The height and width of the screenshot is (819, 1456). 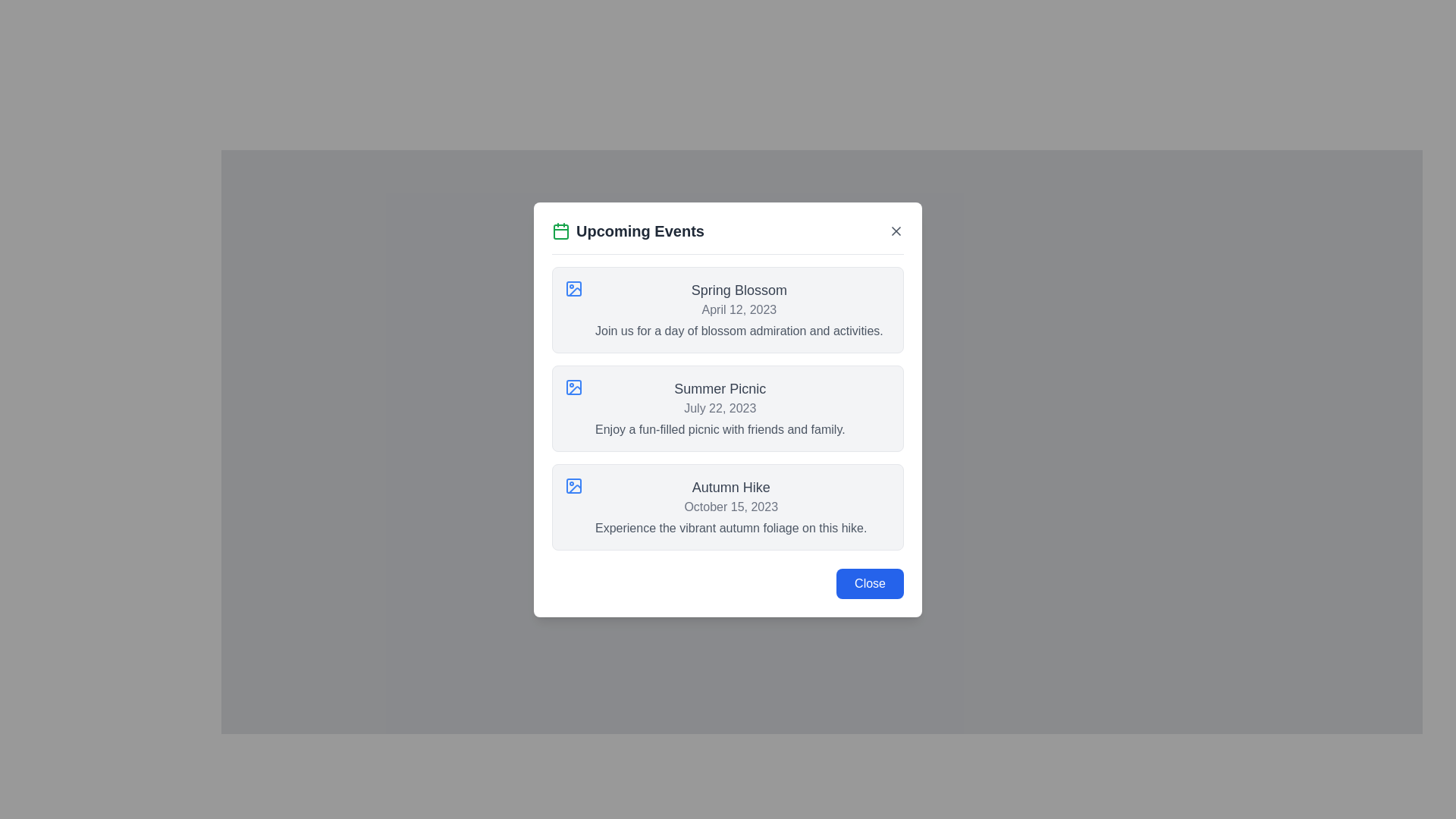 I want to click on the Plain text label displaying the date 'July 22, 2023' located in the 'Upcoming Events' dialogue box, which is styled to indicate secondary information, so click(x=719, y=407).